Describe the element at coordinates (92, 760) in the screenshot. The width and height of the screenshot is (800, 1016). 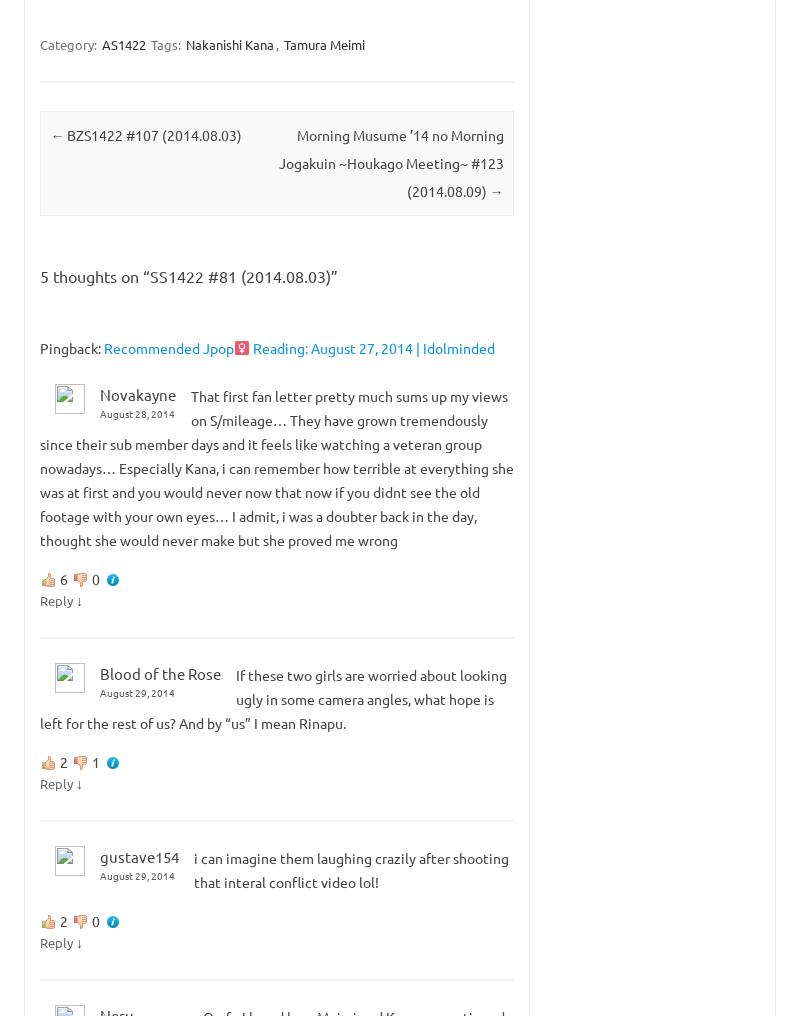
I see `'1'` at that location.